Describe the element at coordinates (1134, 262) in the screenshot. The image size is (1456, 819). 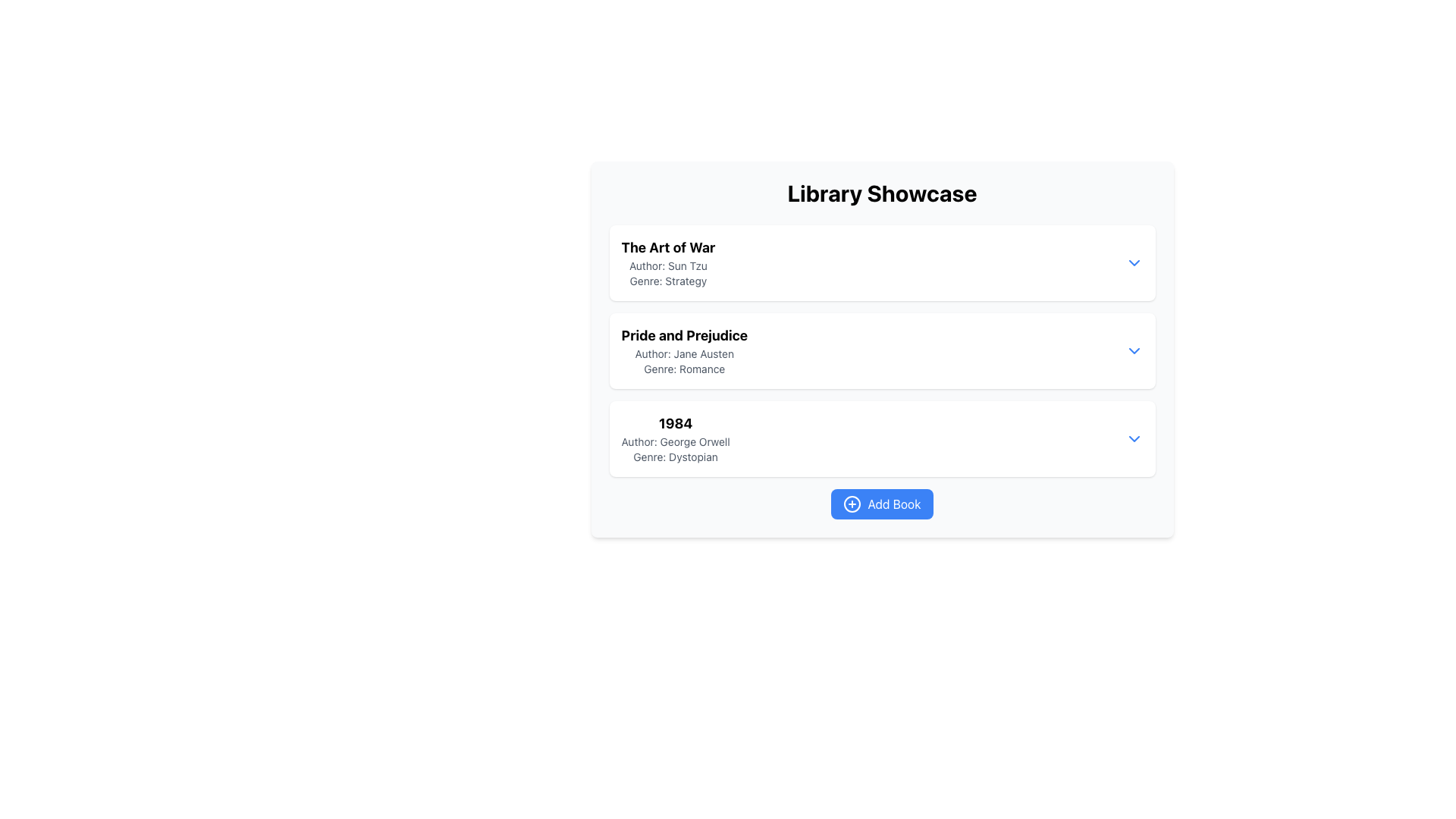
I see `the interactive icon located on the far-right side of the bar mentioning 'The Art of War'` at that location.